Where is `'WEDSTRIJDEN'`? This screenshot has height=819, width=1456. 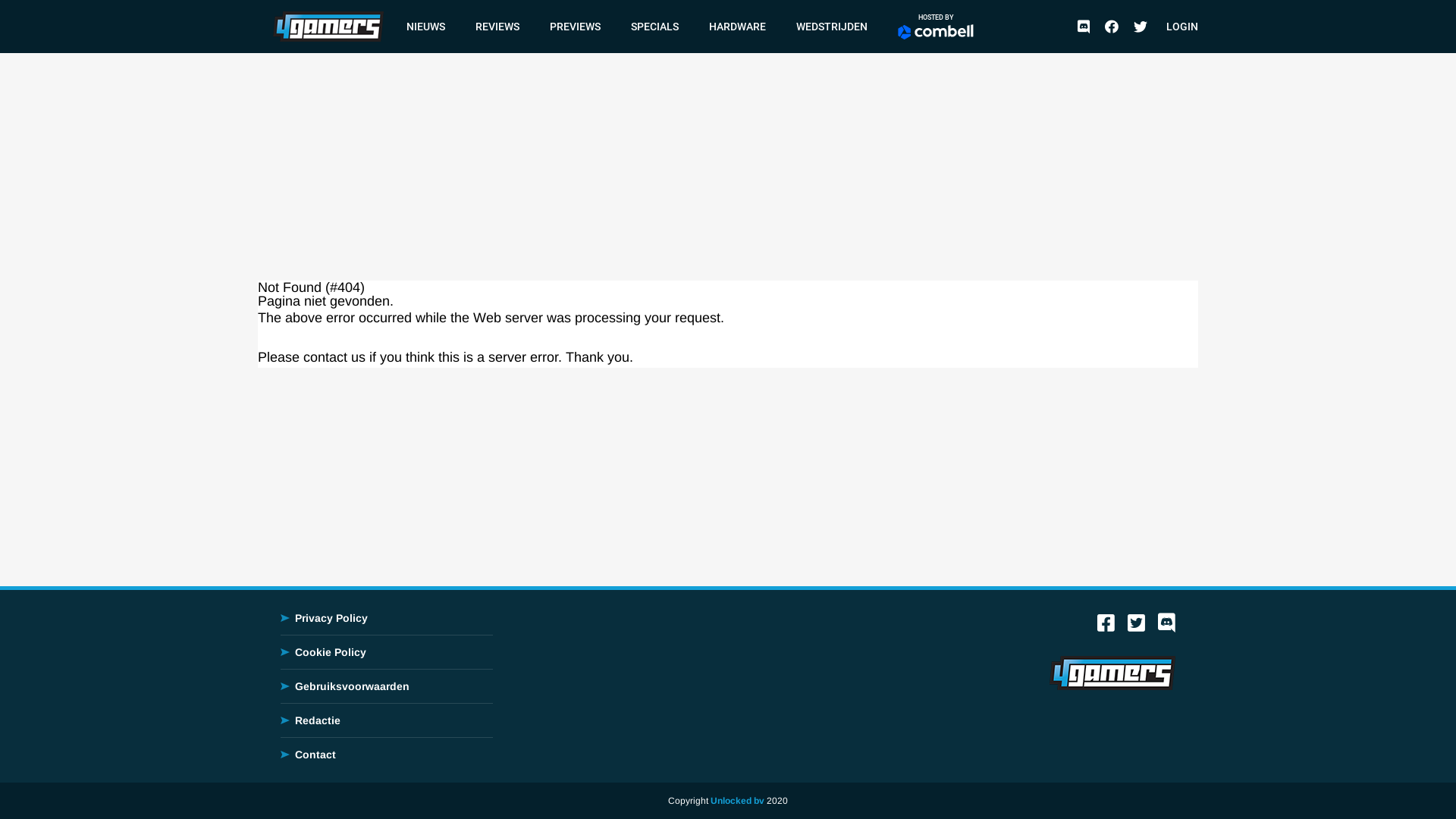 'WEDSTRIJDEN' is located at coordinates (831, 26).